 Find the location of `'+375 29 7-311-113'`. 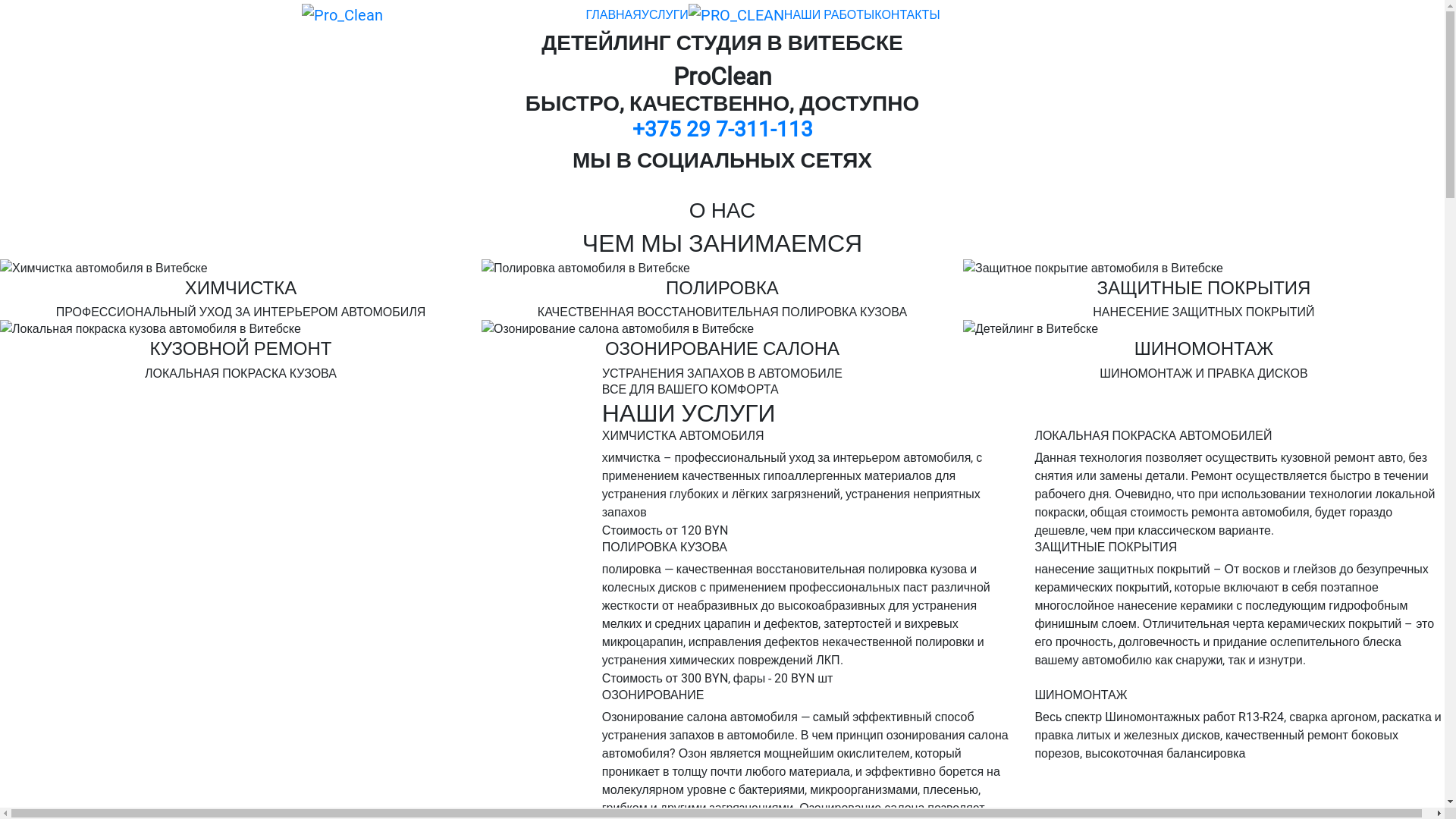

'+375 29 7-311-113' is located at coordinates (632, 128).